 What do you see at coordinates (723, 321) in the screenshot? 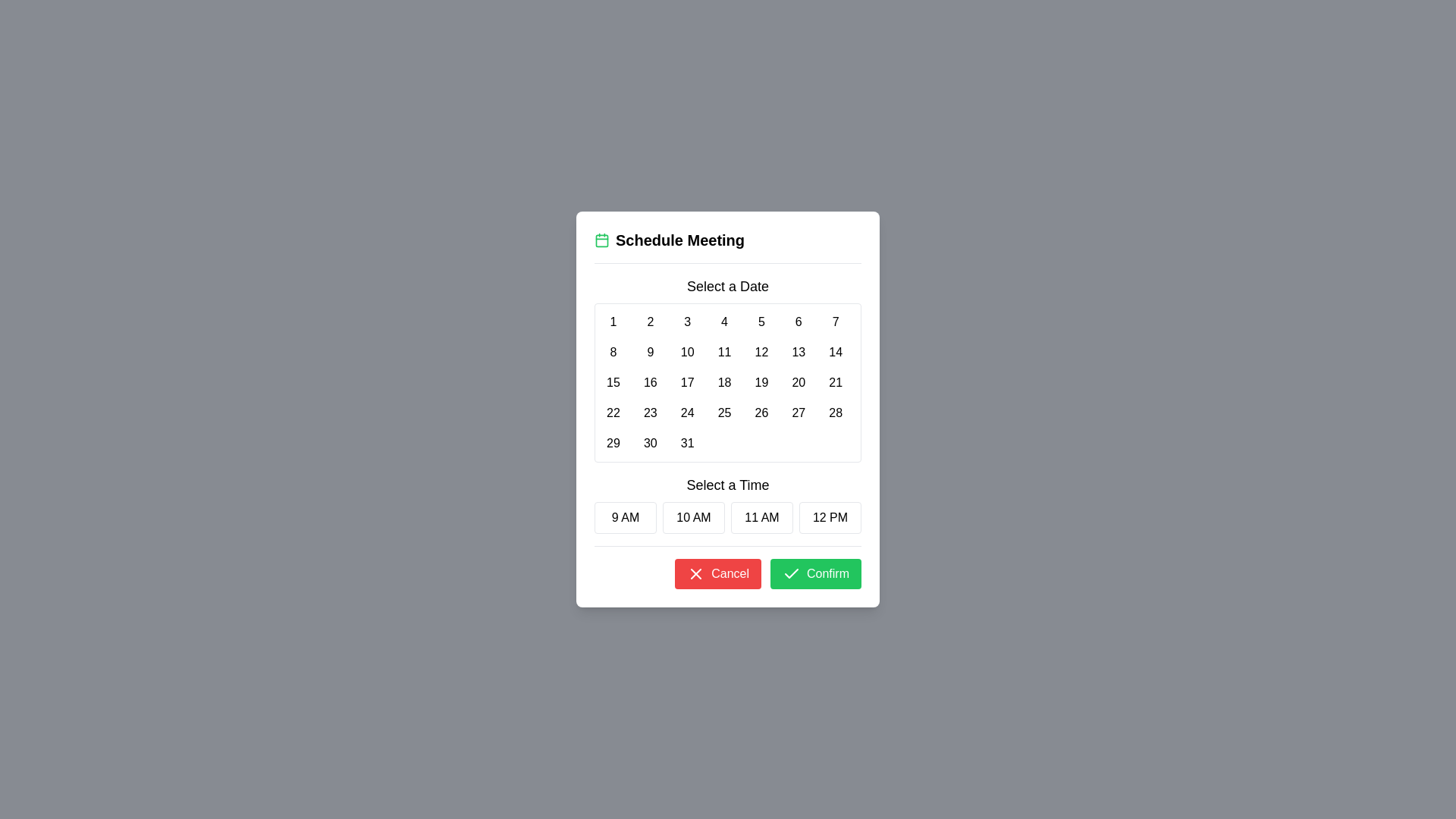
I see `the fourth button in the first row of the date selection grid within the 'Schedule Meeting' modal` at bounding box center [723, 321].